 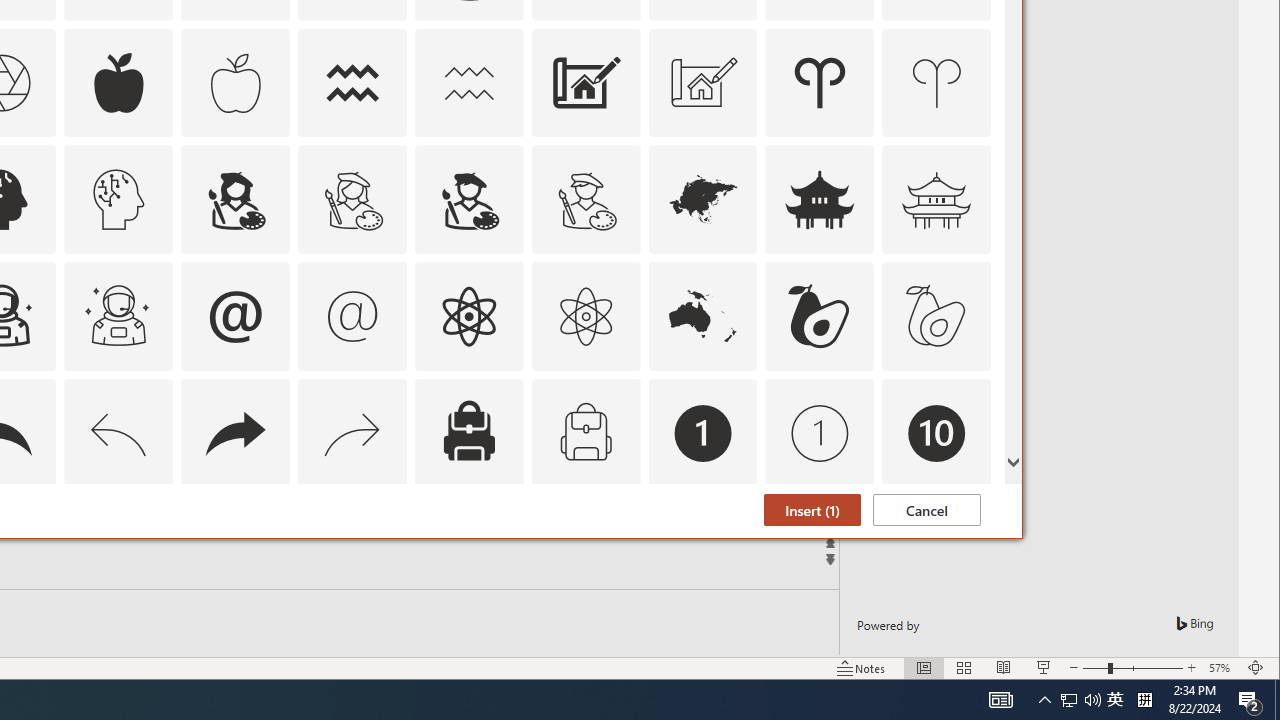 What do you see at coordinates (235, 81) in the screenshot?
I see `'AutomationID: Icons_Apple_M'` at bounding box center [235, 81].